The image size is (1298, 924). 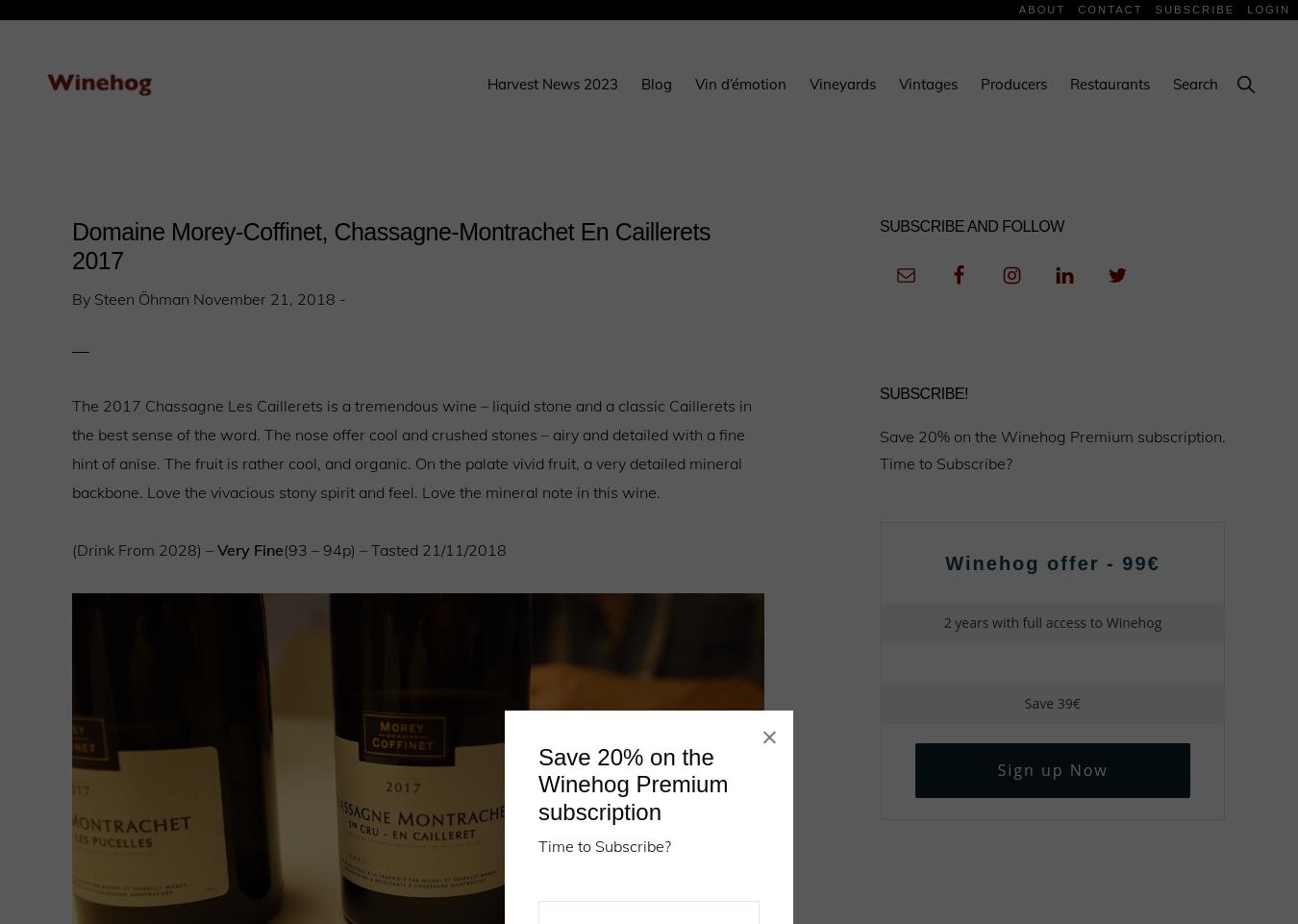 I want to click on 'Search', so click(x=1171, y=84).